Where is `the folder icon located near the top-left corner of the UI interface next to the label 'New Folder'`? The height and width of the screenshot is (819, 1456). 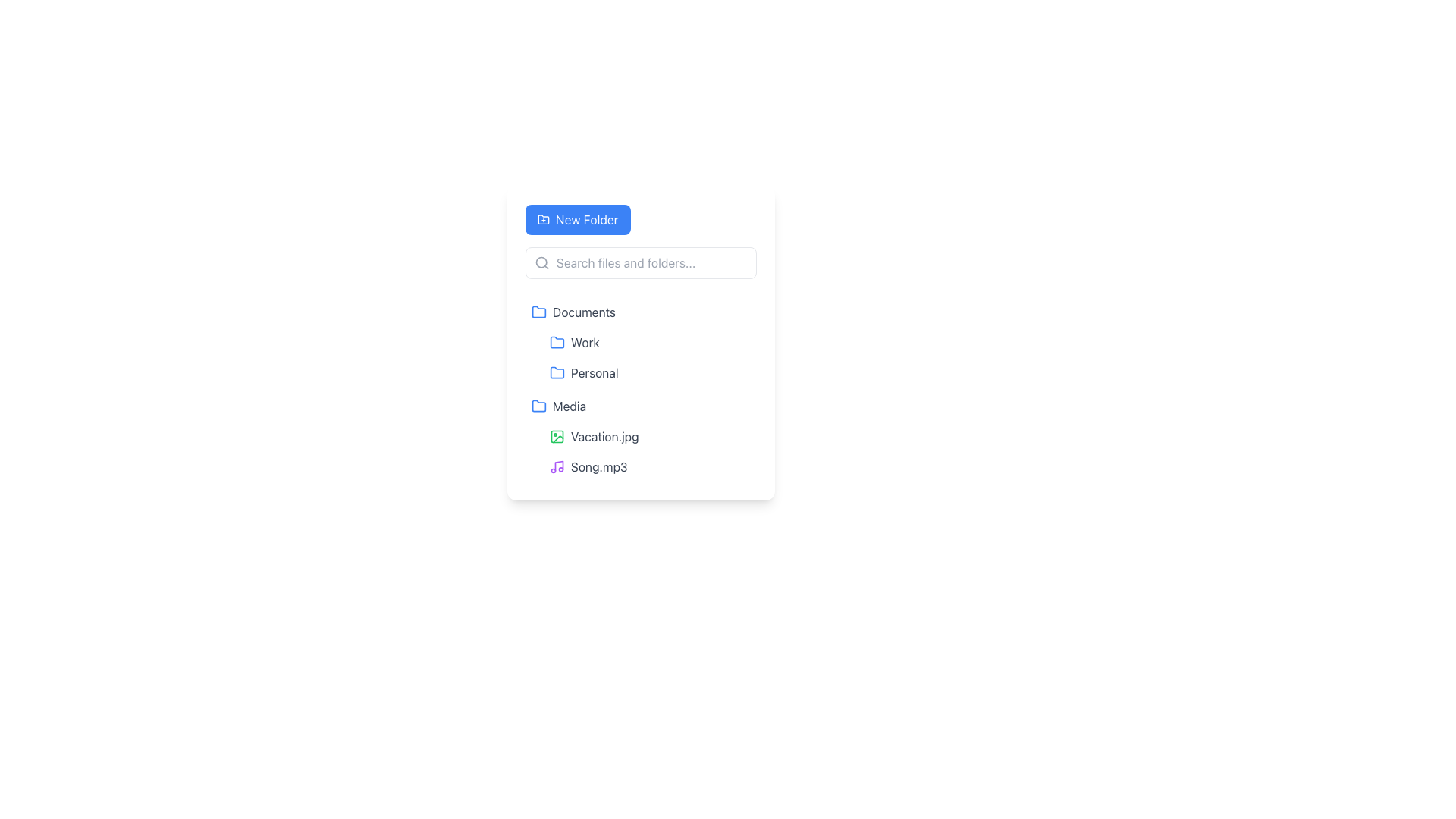 the folder icon located near the top-left corner of the UI interface next to the label 'New Folder' is located at coordinates (543, 219).